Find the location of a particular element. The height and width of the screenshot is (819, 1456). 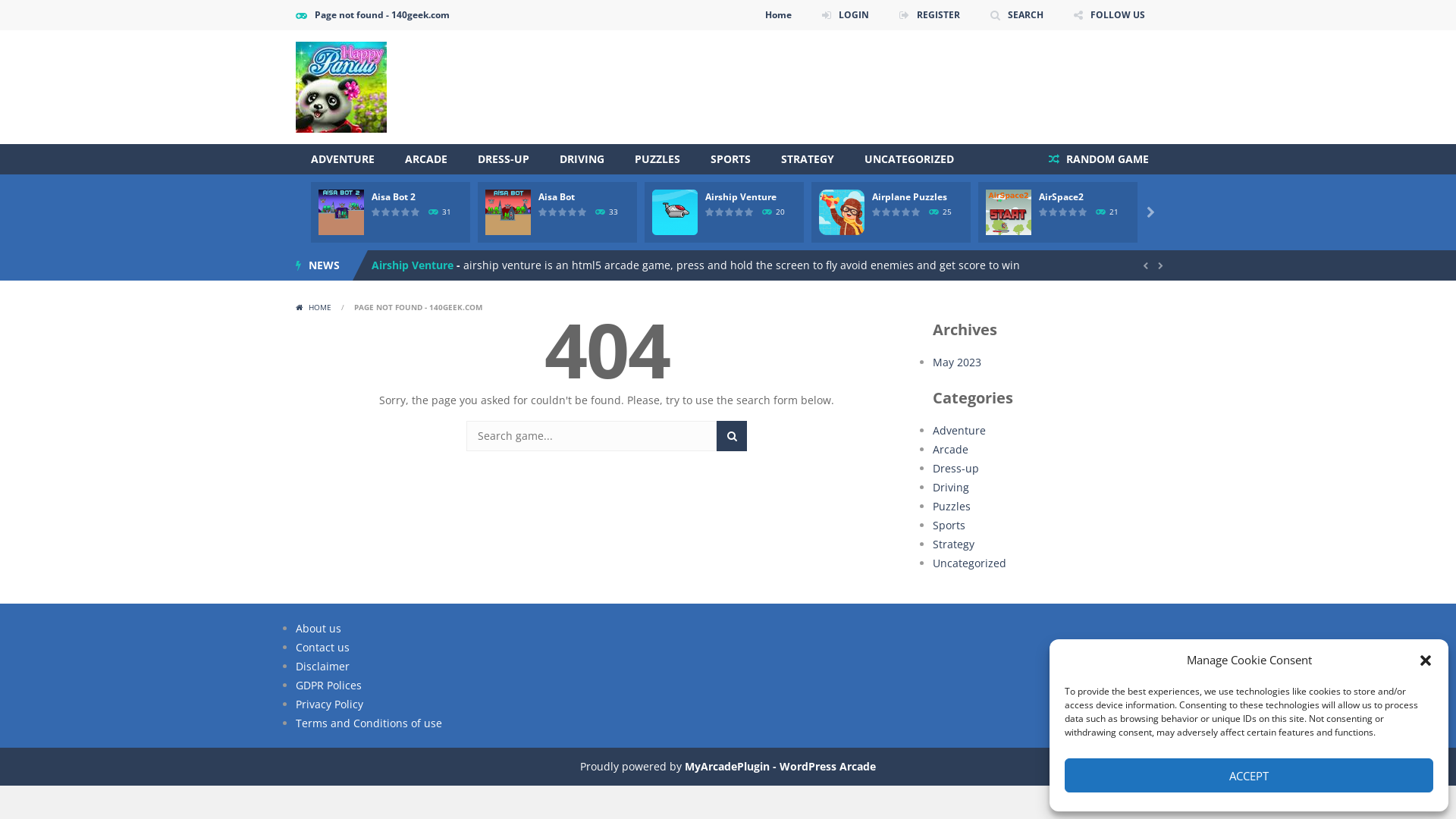

'Airplane Puzzles' is located at coordinates (909, 196).